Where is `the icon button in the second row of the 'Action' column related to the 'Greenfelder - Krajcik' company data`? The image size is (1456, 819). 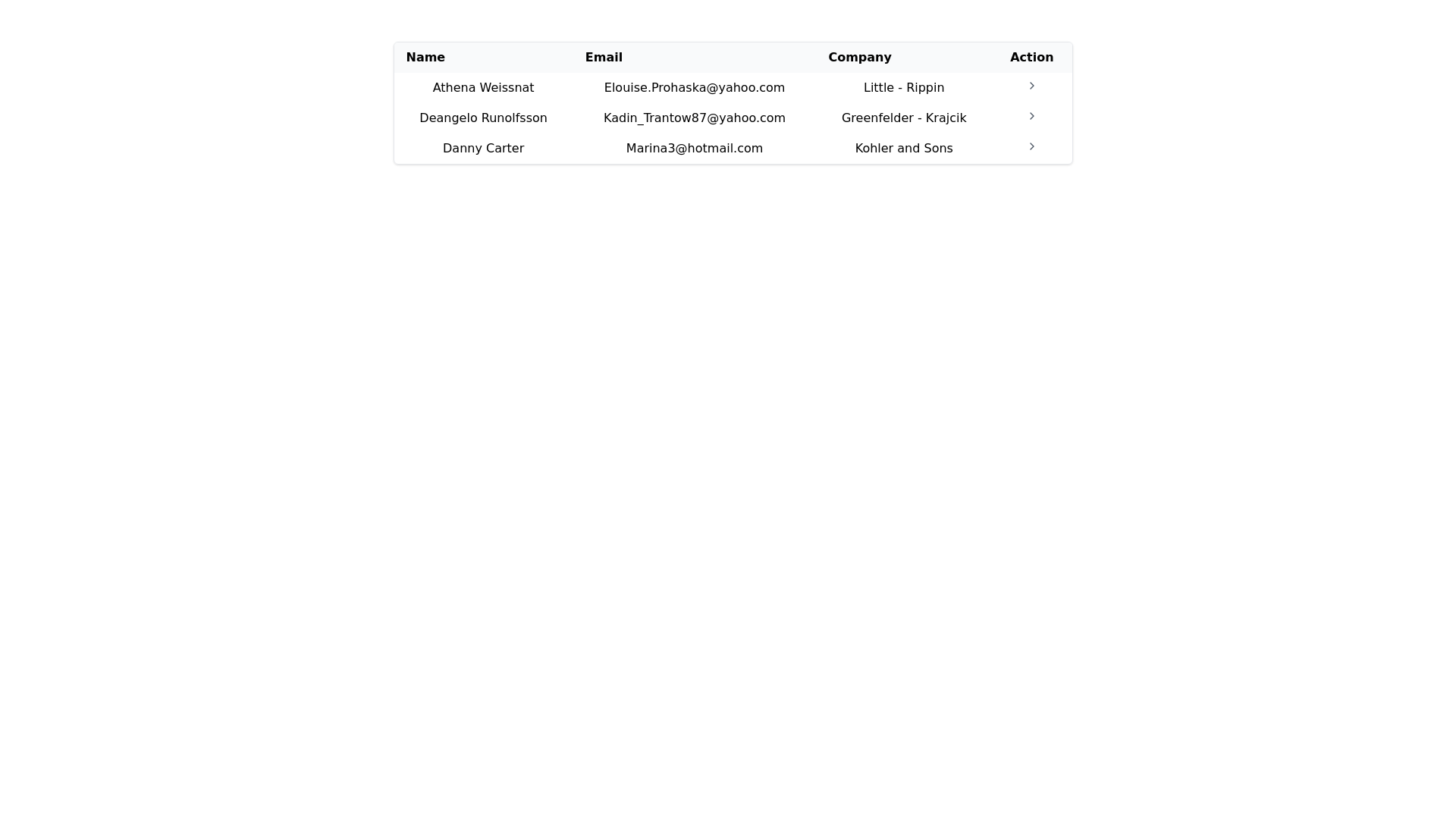 the icon button in the second row of the 'Action' column related to the 'Greenfelder - Krajcik' company data is located at coordinates (1031, 115).